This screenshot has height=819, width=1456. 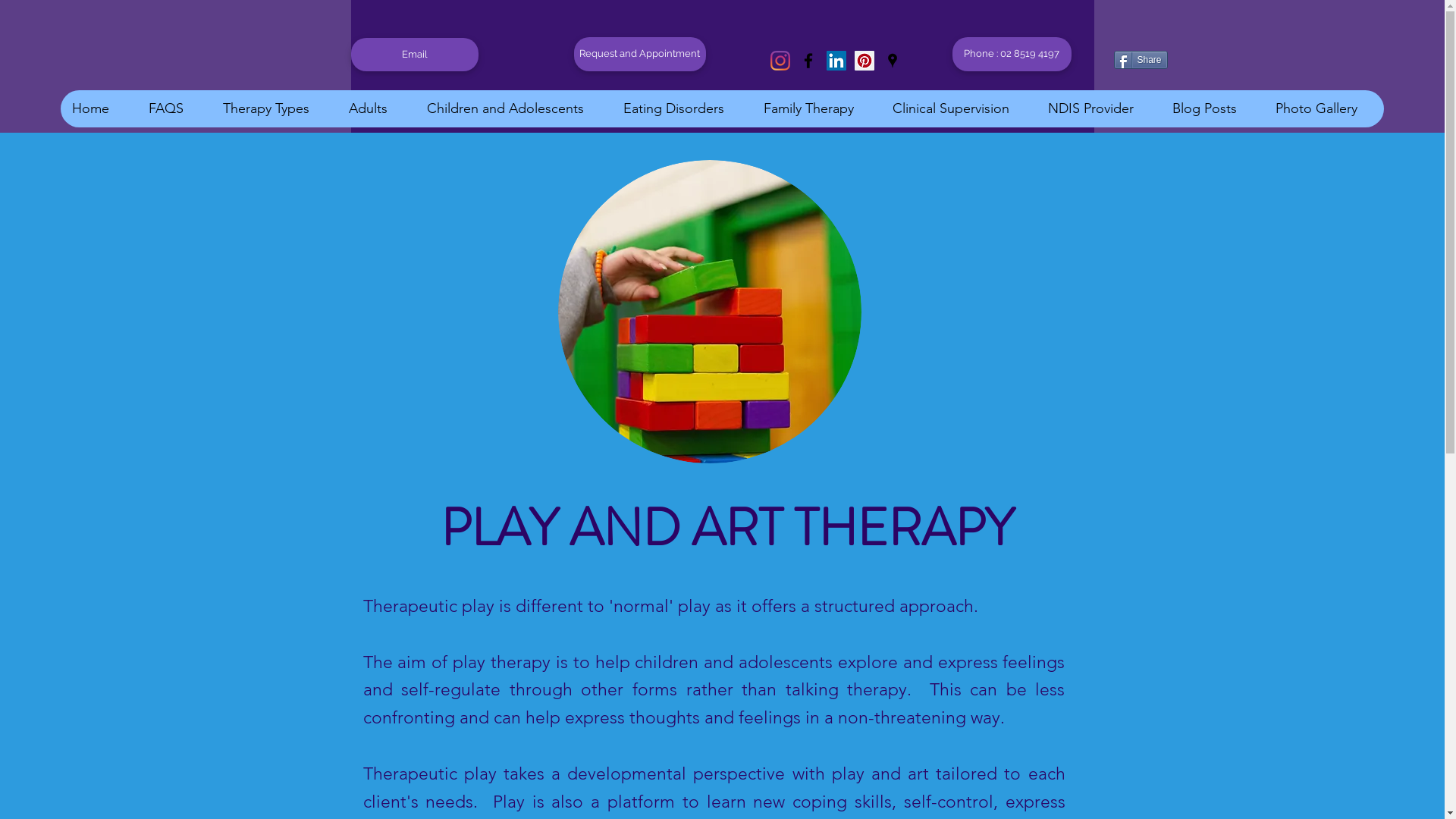 I want to click on 'Email', so click(x=414, y=54).